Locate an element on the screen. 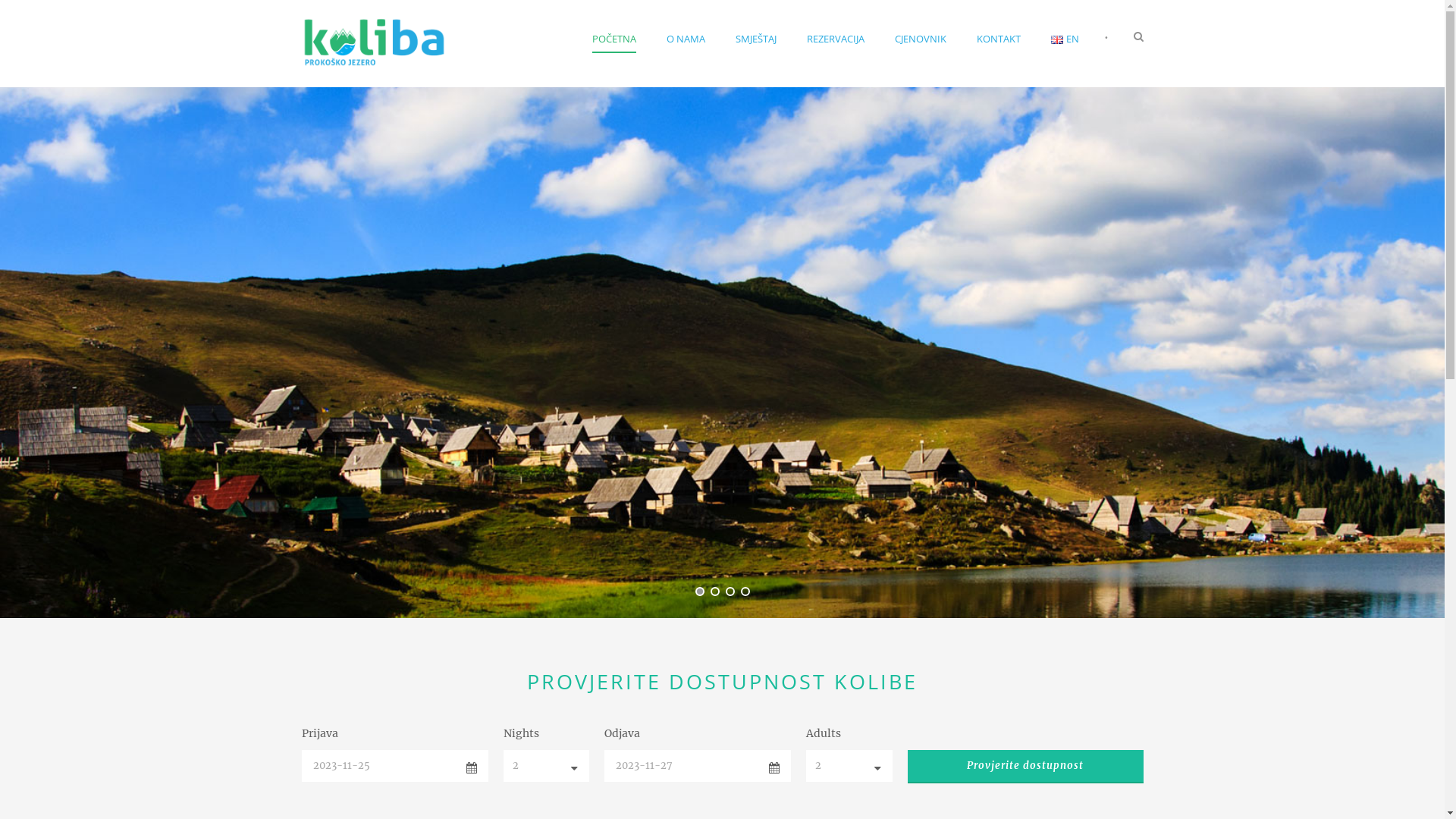  'EN' is located at coordinates (1056, 39).